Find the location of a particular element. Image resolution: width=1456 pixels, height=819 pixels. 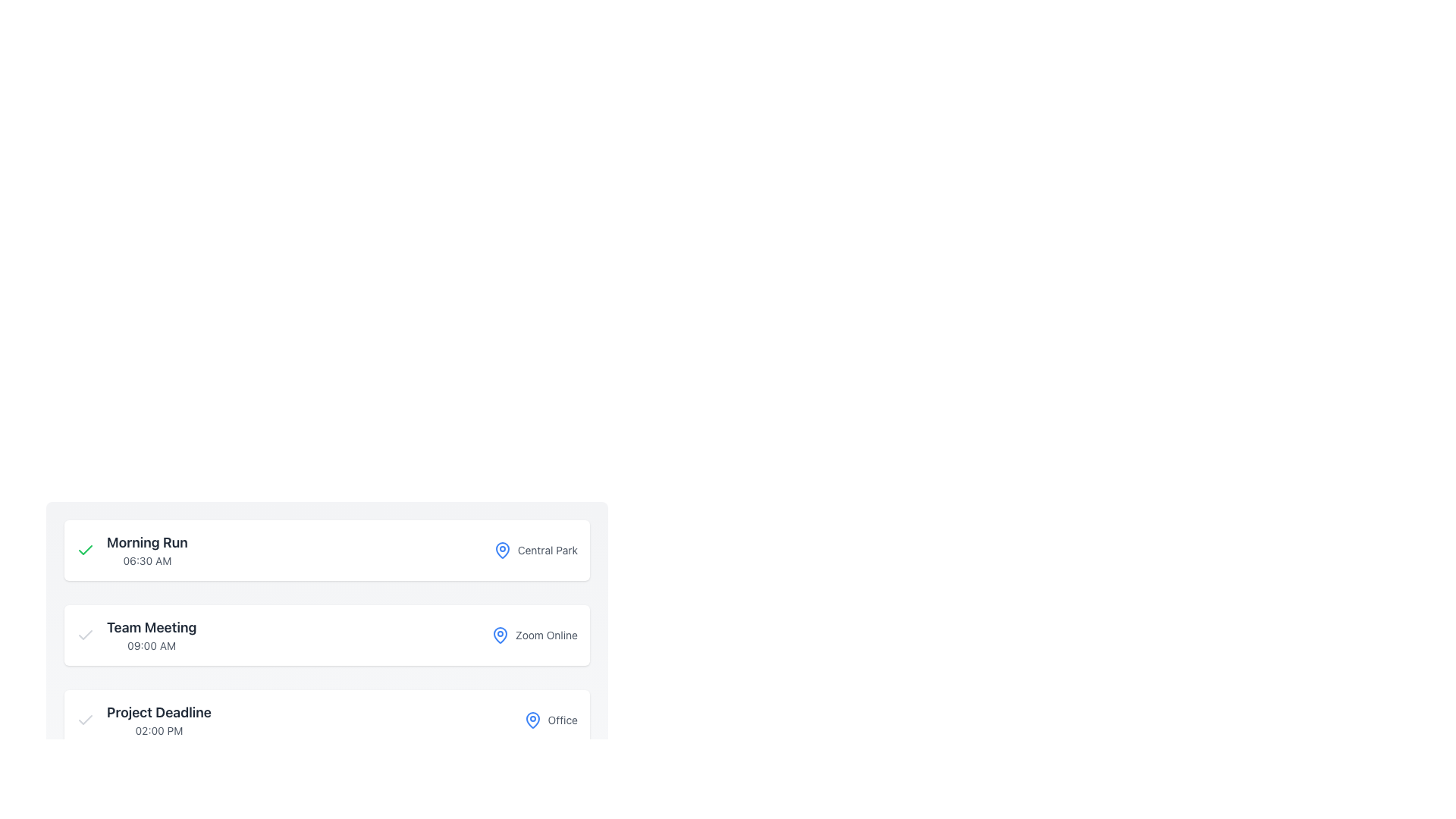

the TextLabel displaying '09:00 AM', which is styled with a smaller gray font and positioned directly below the 'Team Meeting' title in the meeting scheduling interface is located at coordinates (152, 646).